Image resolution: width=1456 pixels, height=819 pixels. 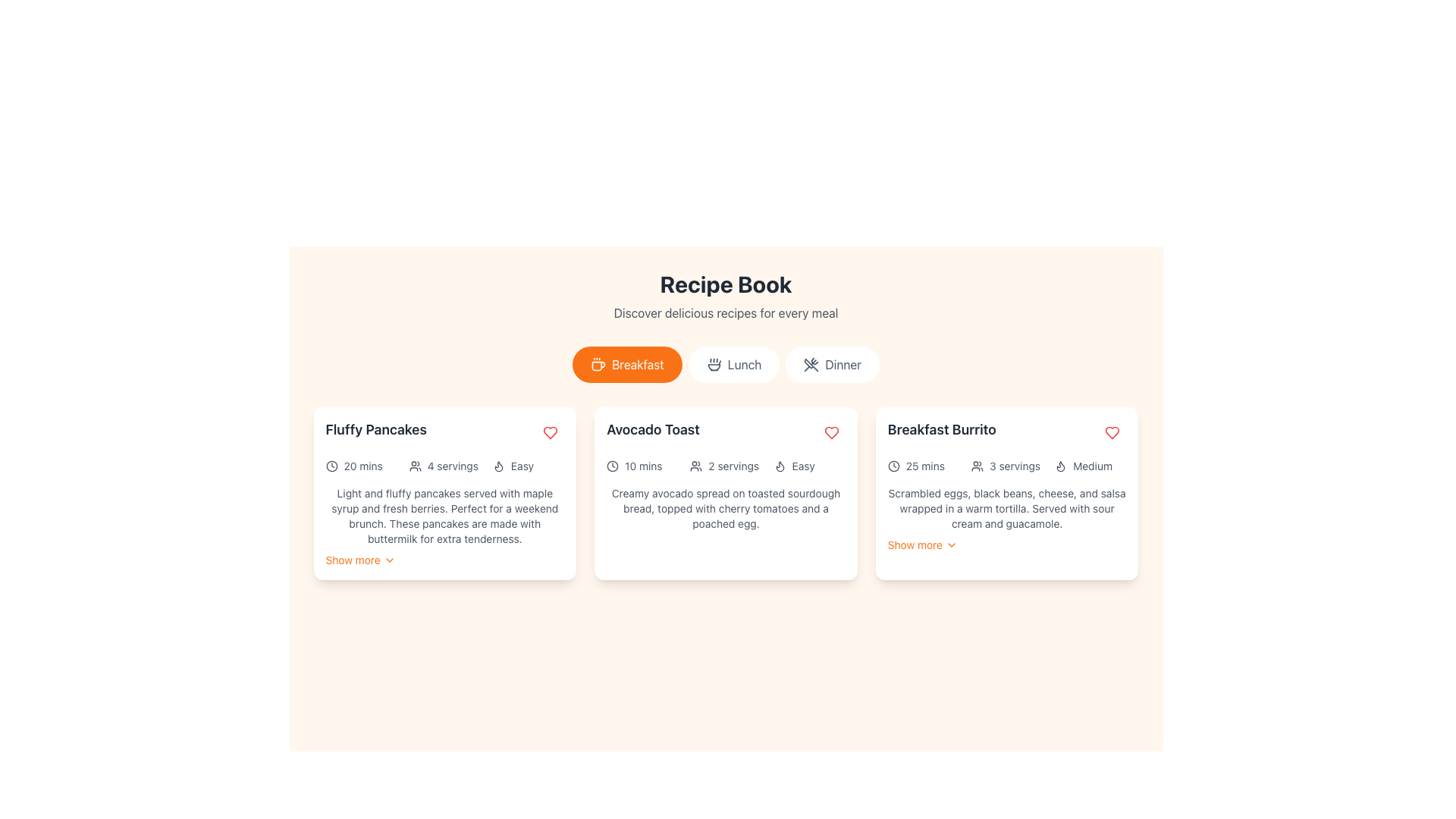 What do you see at coordinates (725, 365) in the screenshot?
I see `the 'Lunch' category button` at bounding box center [725, 365].